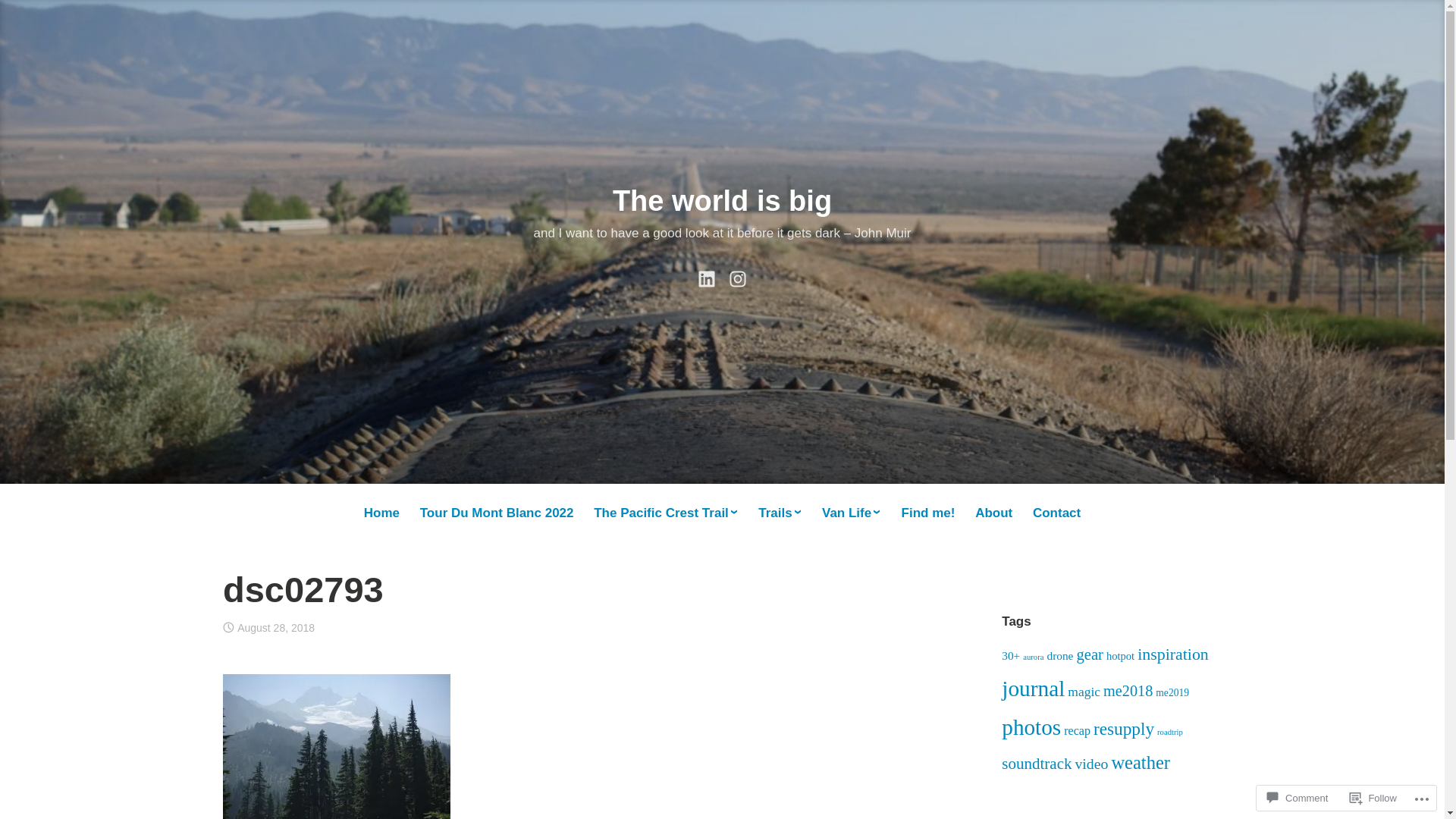  Describe the element at coordinates (1032, 688) in the screenshot. I see `'journal'` at that location.